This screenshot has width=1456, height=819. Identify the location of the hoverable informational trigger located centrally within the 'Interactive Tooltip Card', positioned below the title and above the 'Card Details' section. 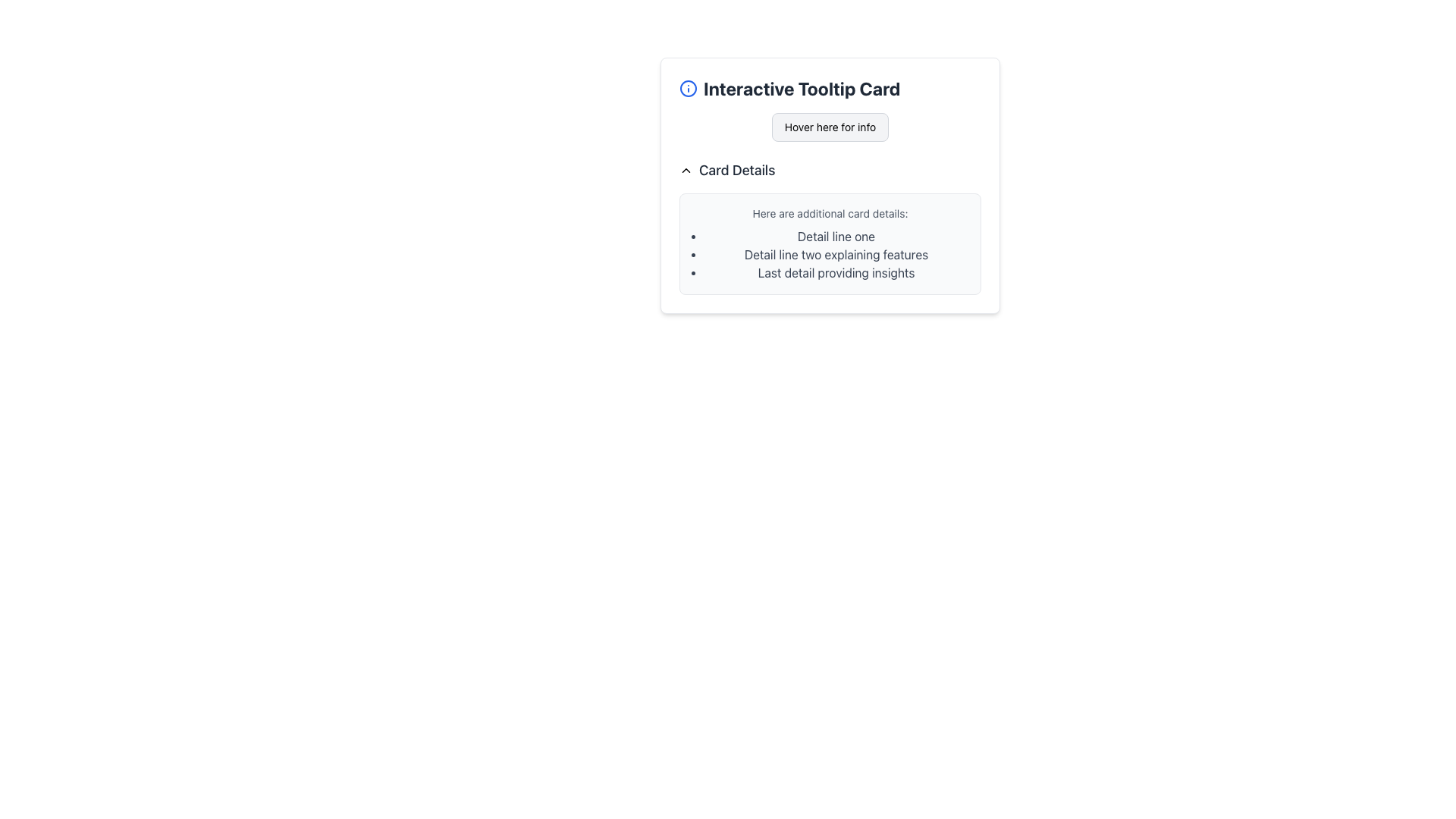
(829, 127).